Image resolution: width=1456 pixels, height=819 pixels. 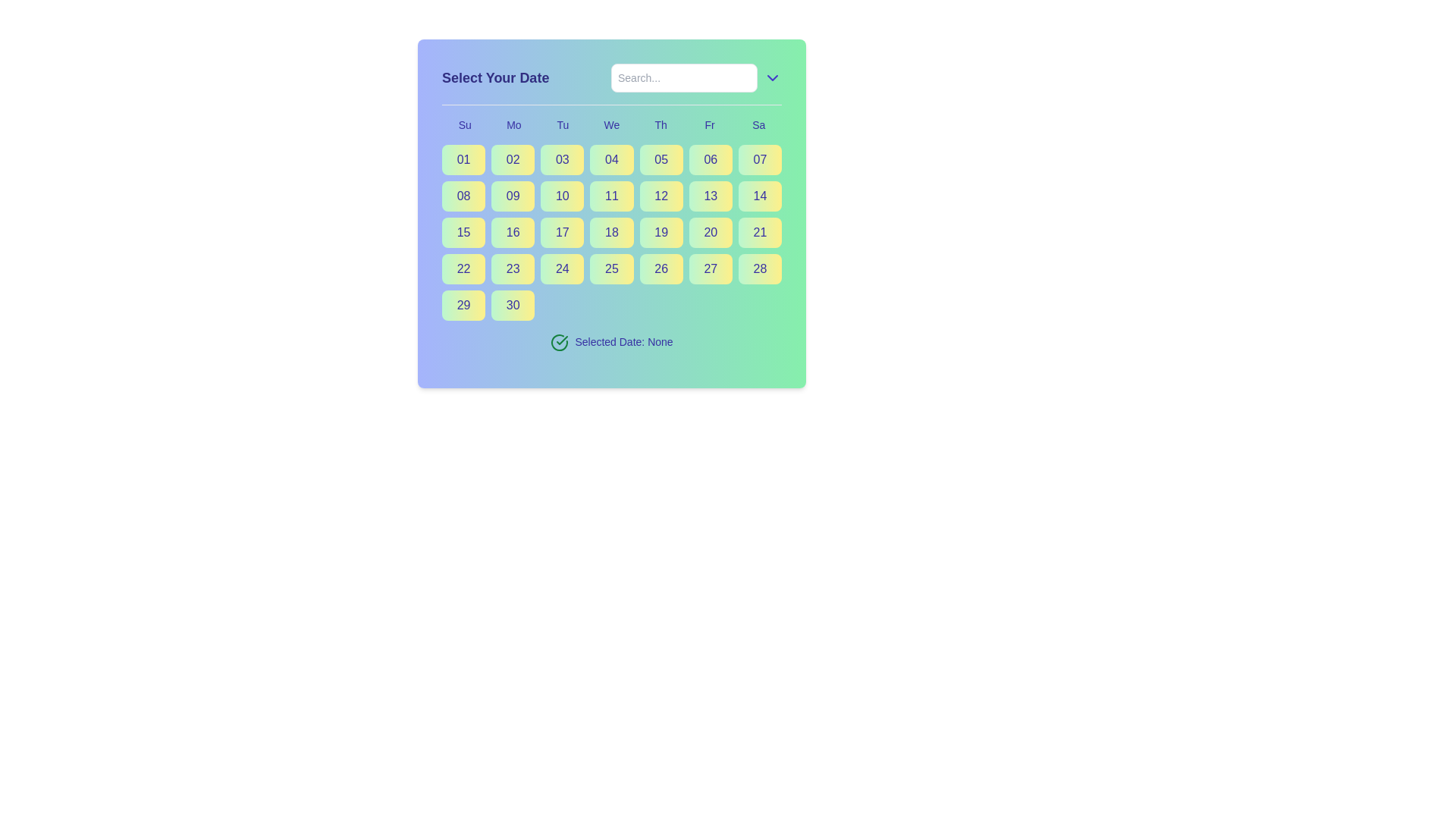 I want to click on the grid cell button that represents the number '14', which is located in the second row and seventh column of the calendar interface, so click(x=760, y=195).